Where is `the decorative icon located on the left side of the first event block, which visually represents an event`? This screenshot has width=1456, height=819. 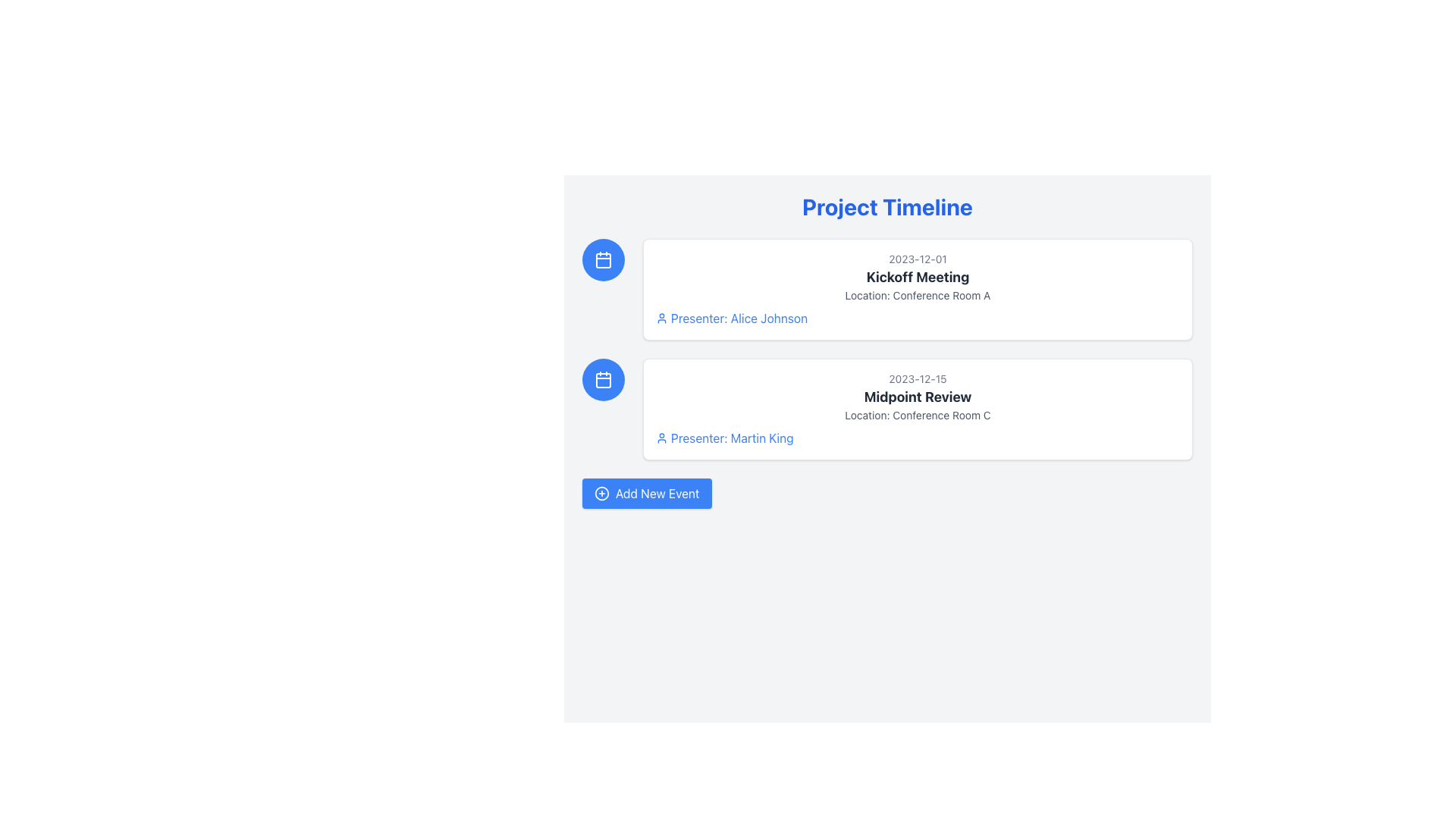
the decorative icon located on the left side of the first event block, which visually represents an event is located at coordinates (603, 259).